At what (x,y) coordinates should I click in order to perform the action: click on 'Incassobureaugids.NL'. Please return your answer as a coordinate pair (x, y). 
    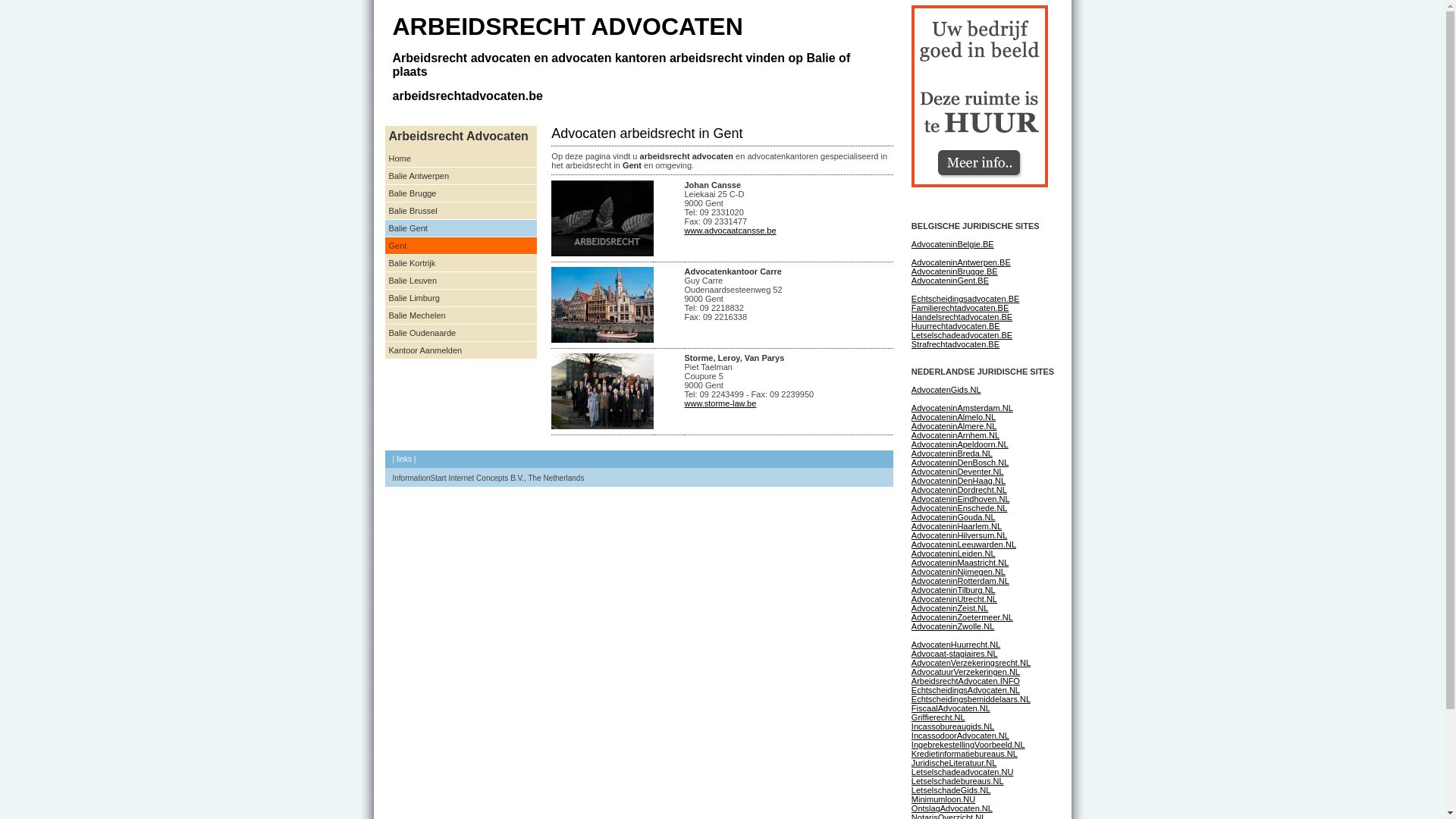
    Looking at the image, I should click on (952, 725).